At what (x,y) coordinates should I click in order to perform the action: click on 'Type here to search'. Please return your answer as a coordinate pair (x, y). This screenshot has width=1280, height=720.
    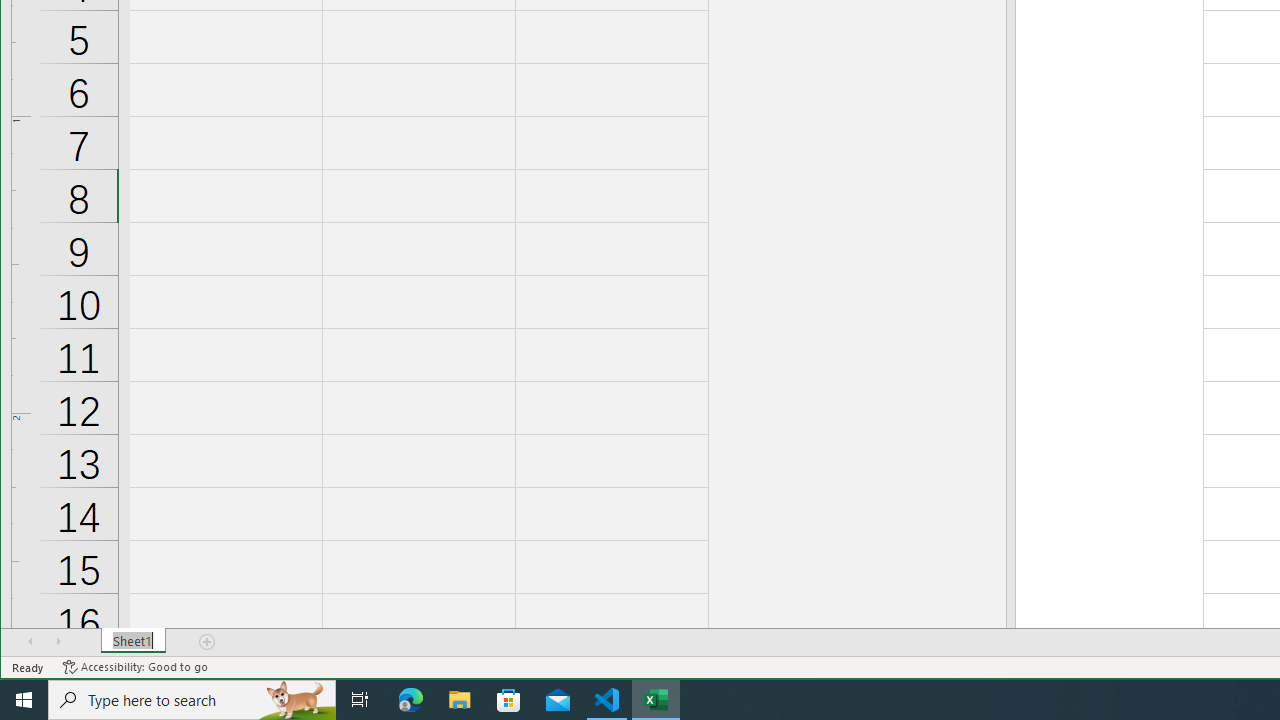
    Looking at the image, I should click on (192, 698).